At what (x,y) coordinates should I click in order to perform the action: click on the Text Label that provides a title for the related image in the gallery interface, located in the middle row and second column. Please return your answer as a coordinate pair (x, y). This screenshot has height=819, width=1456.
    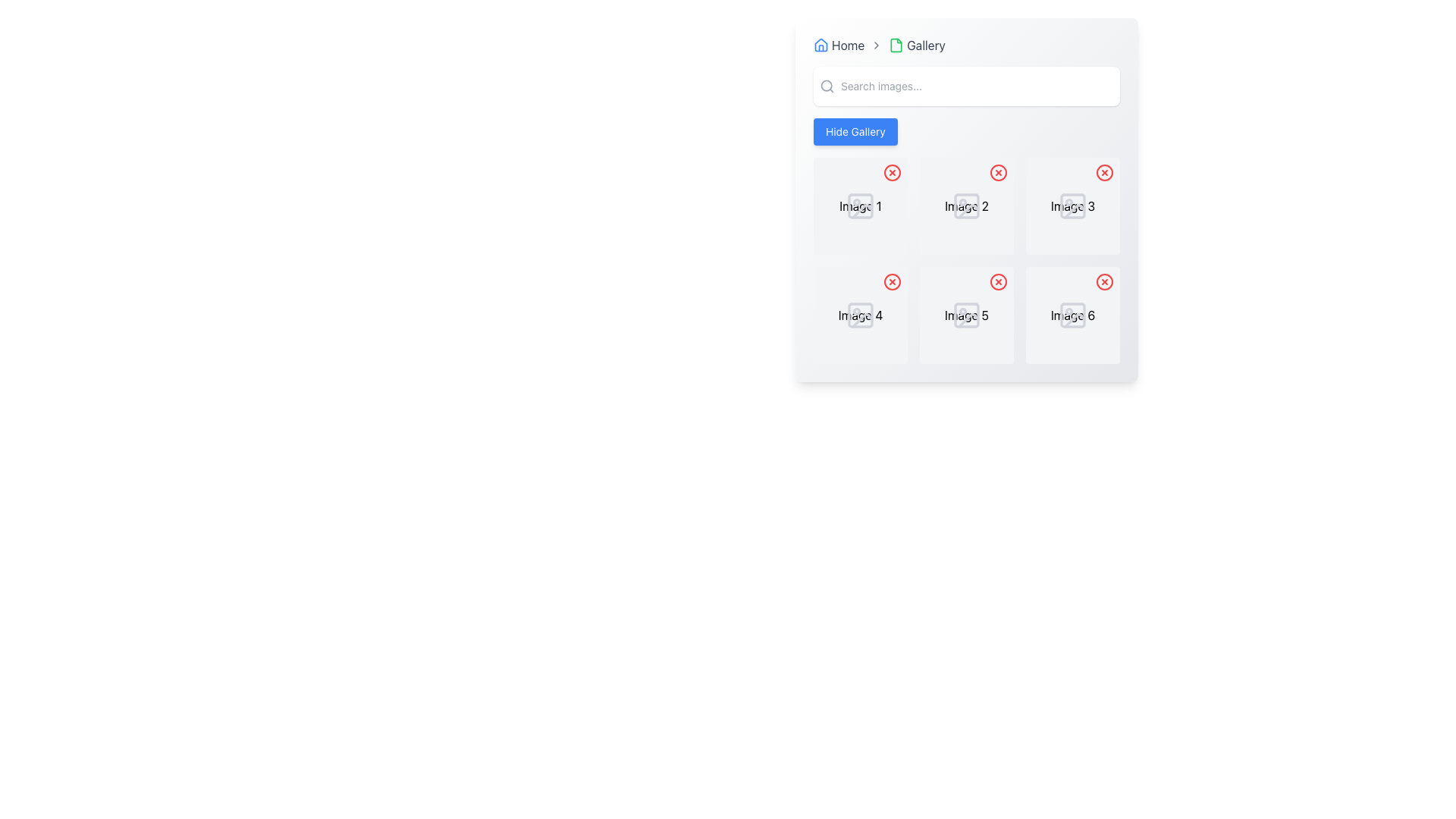
    Looking at the image, I should click on (966, 315).